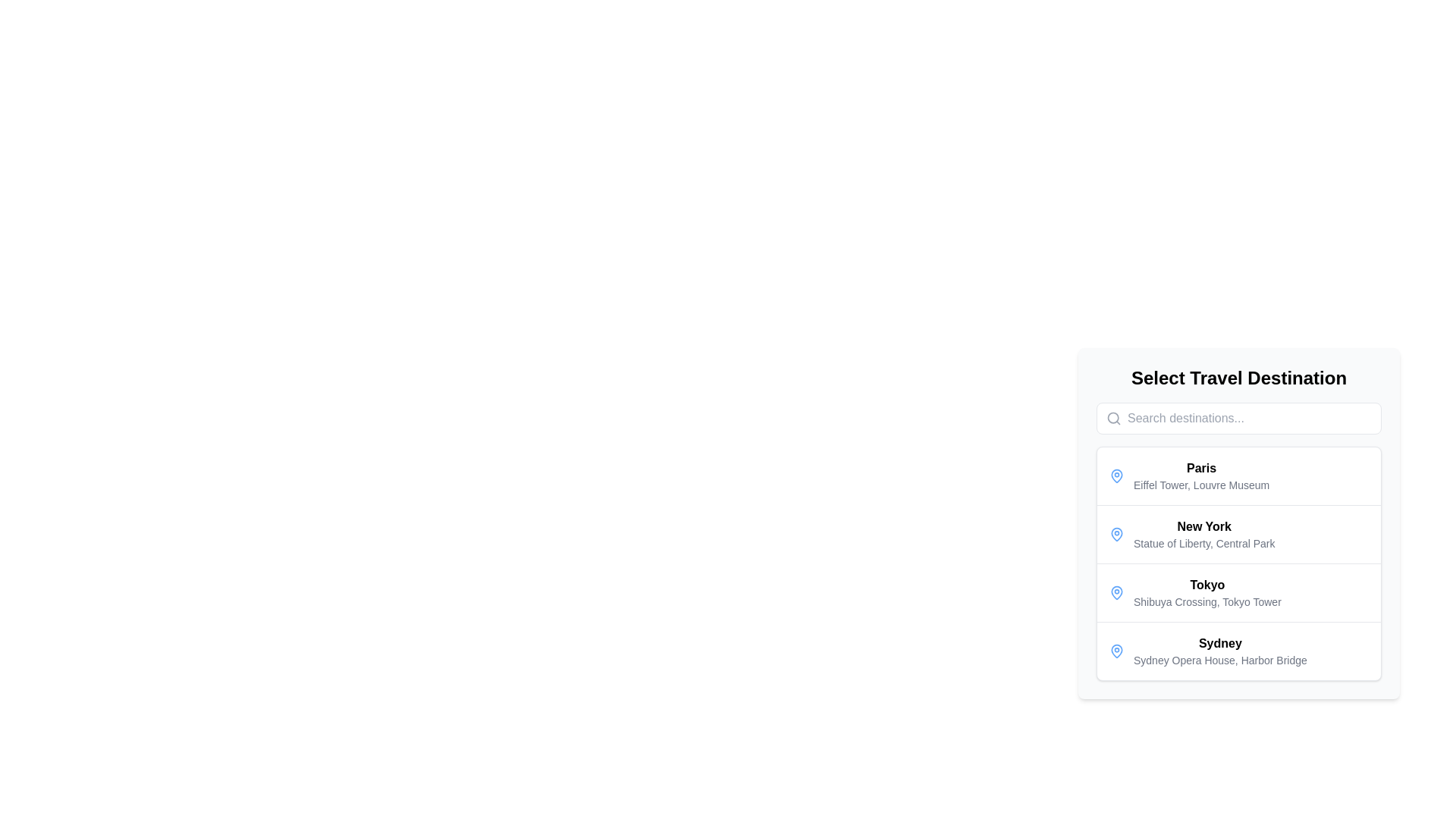  I want to click on the circular component of the magnifying glass icon used for the search function, located at the specified coordinates, so click(1113, 418).